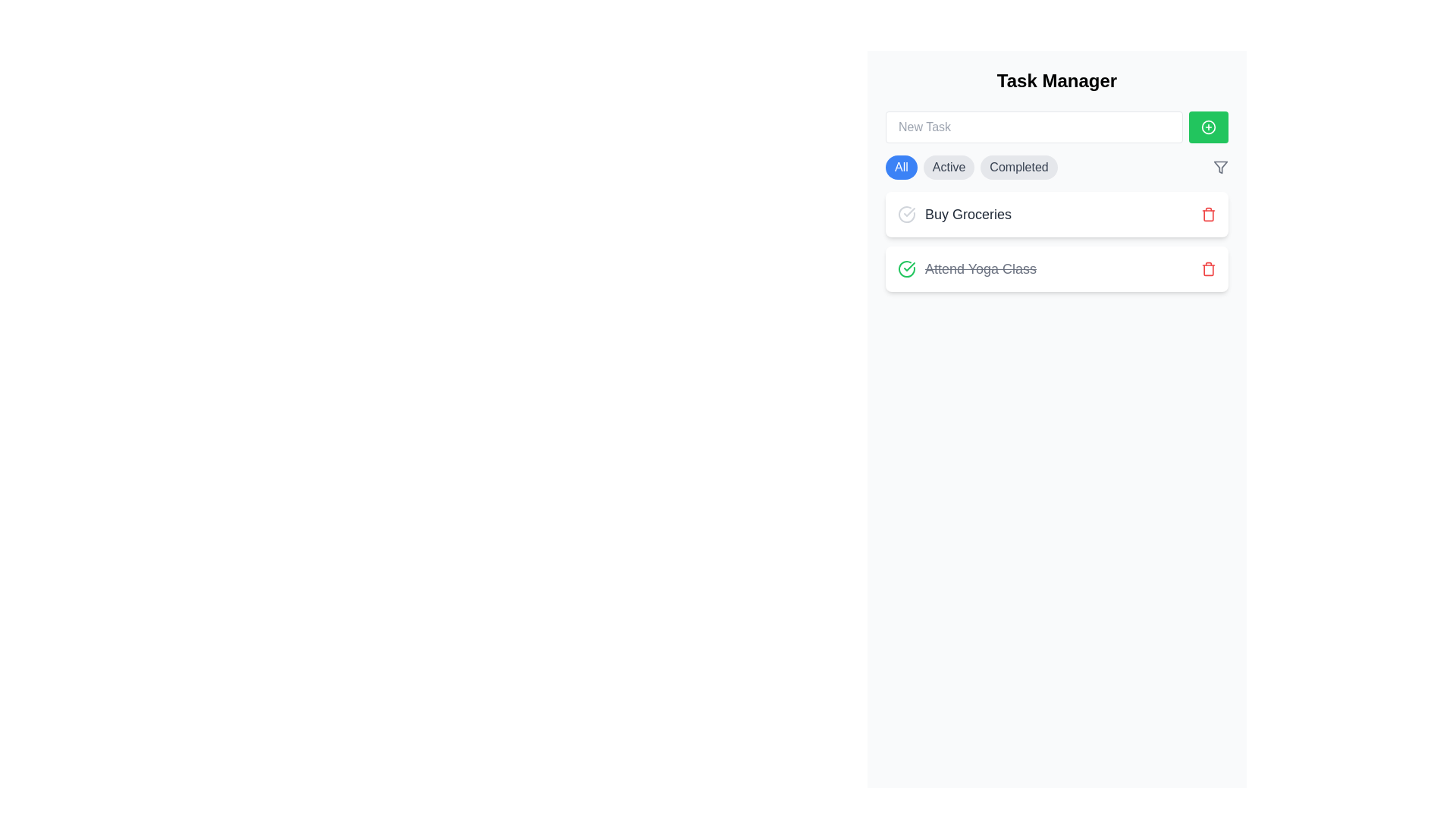  What do you see at coordinates (906, 268) in the screenshot?
I see `the circular completion indicator of the checkmark icon located in the second row of the task list, adjacent to the 'Attend Yoga Class' text entry via keyboard navigation` at bounding box center [906, 268].